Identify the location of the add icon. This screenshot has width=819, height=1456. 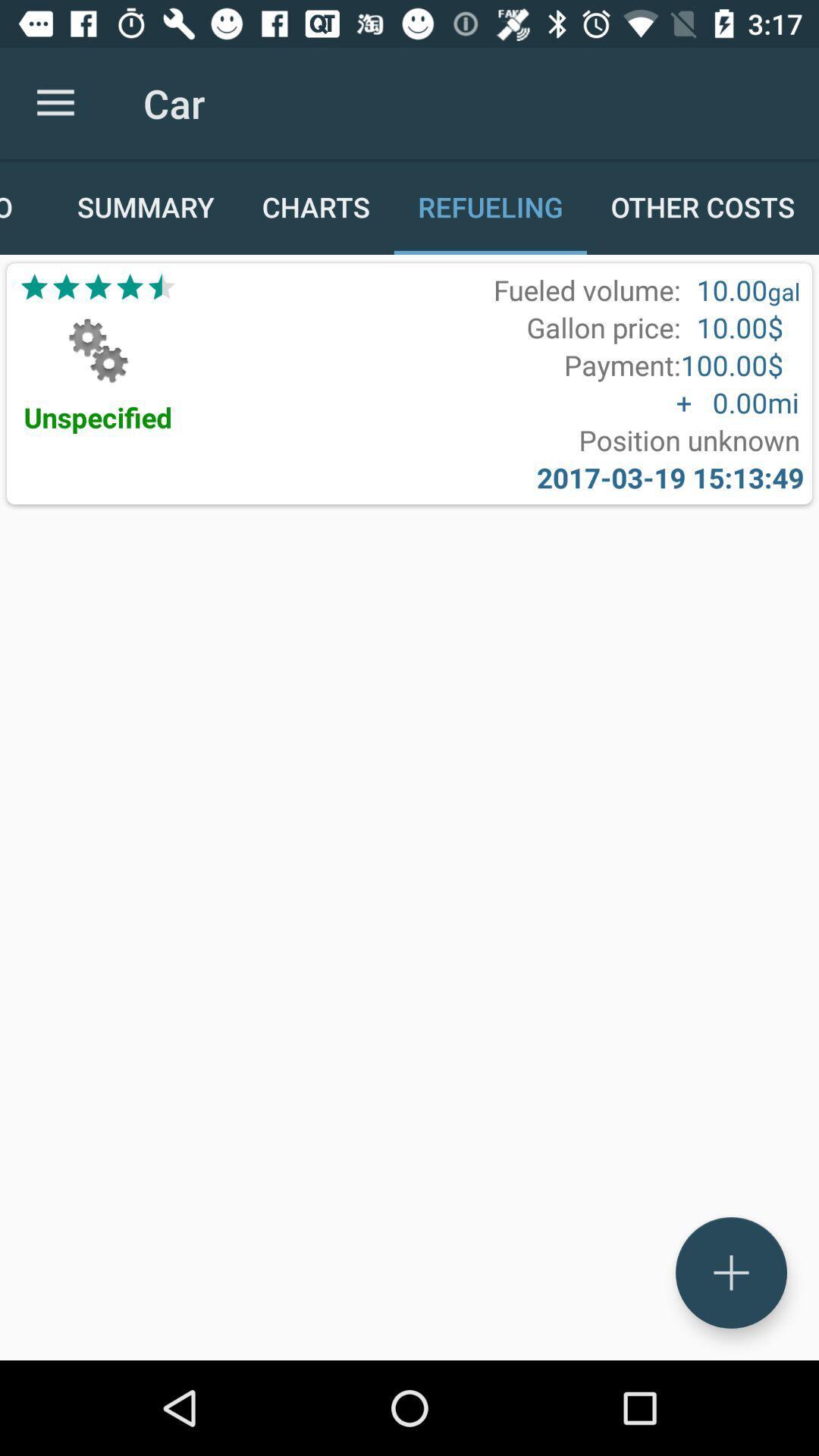
(730, 1272).